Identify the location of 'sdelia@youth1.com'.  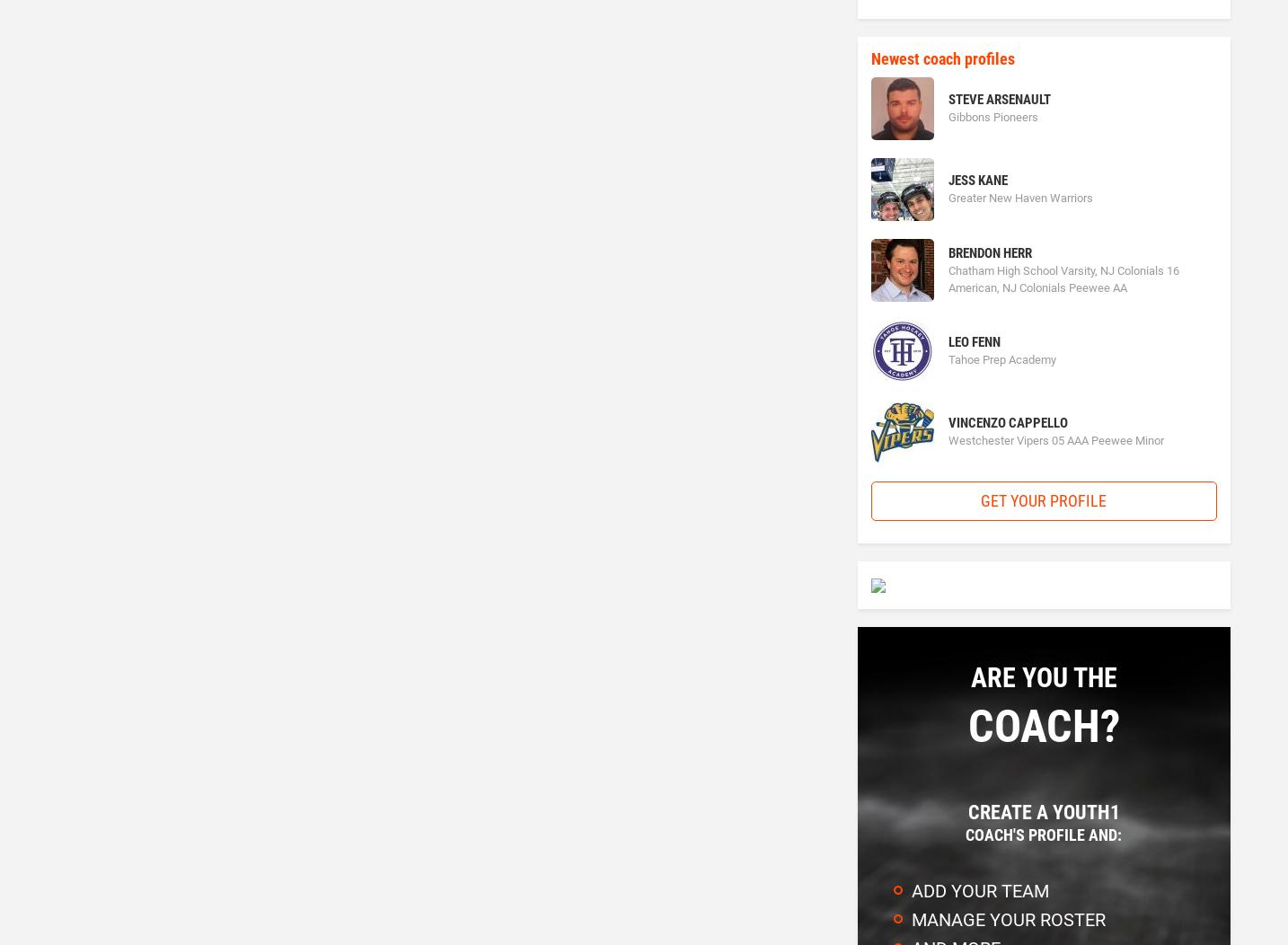
(754, 182).